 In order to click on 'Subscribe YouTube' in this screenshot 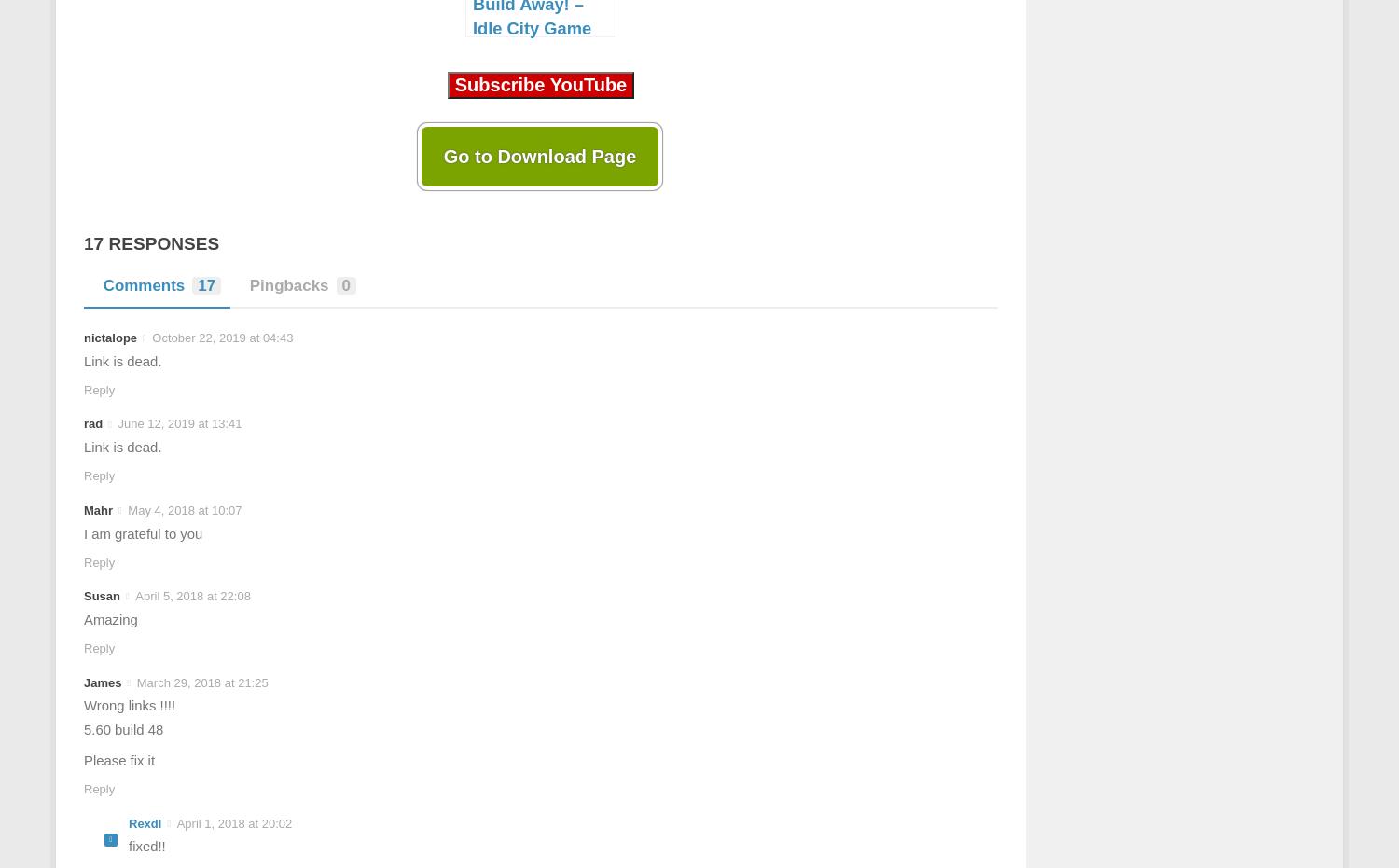, I will do `click(453, 84)`.